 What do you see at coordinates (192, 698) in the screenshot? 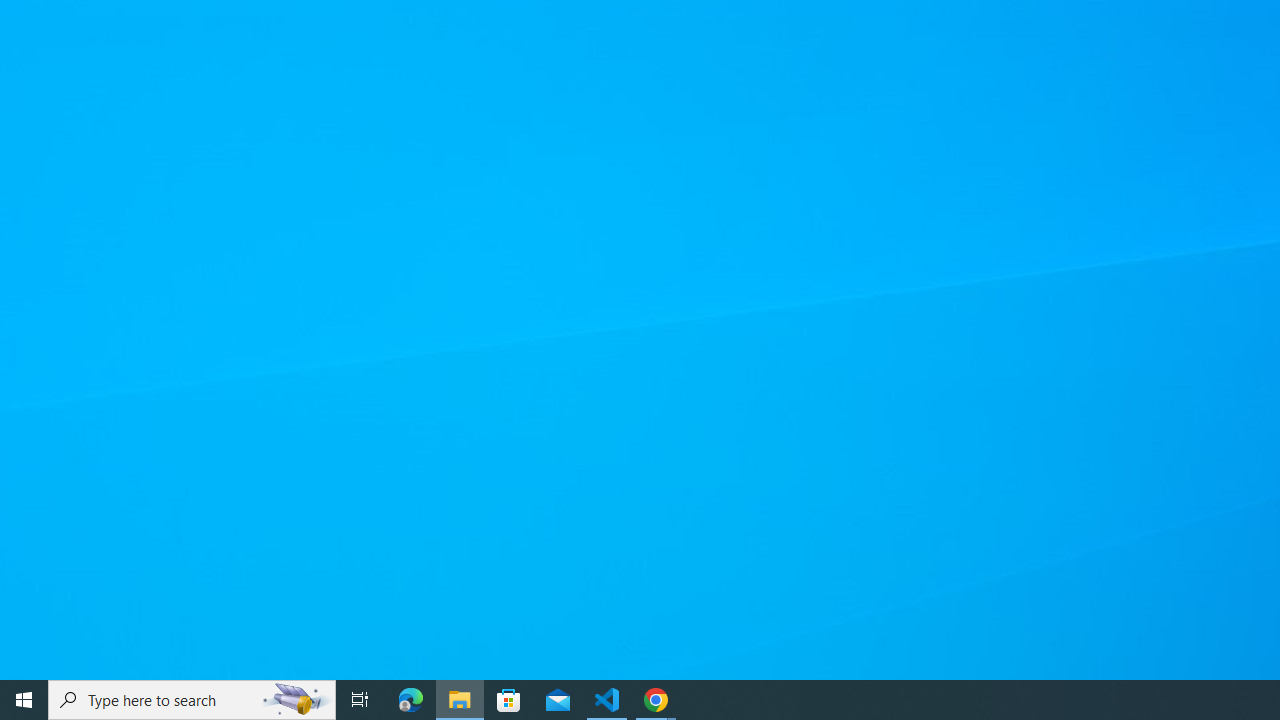
I see `'Type here to search'` at bounding box center [192, 698].